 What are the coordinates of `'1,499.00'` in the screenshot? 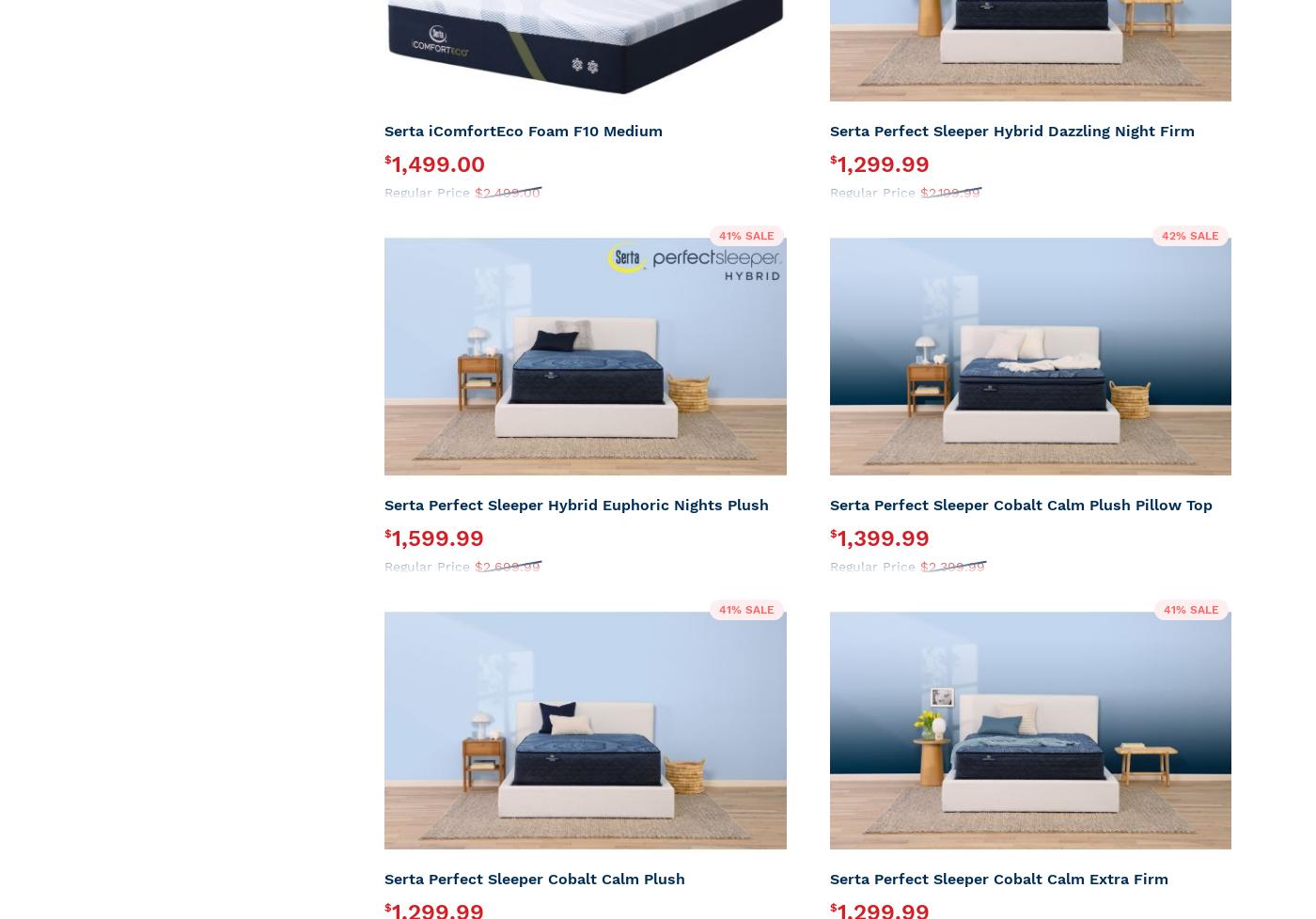 It's located at (438, 164).